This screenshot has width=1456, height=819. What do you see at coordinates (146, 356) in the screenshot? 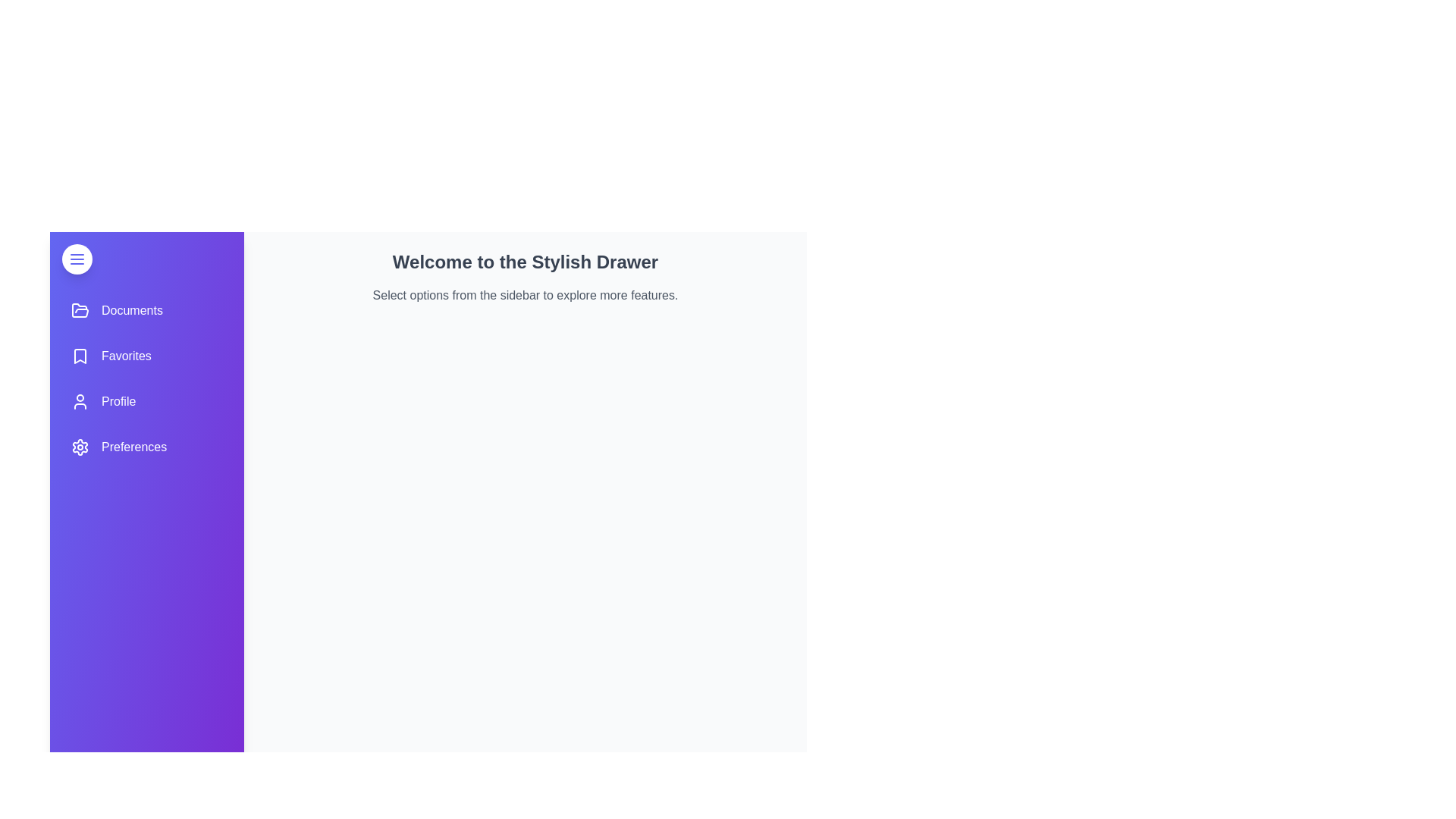
I see `the menu item Favorites from the sidebar` at bounding box center [146, 356].